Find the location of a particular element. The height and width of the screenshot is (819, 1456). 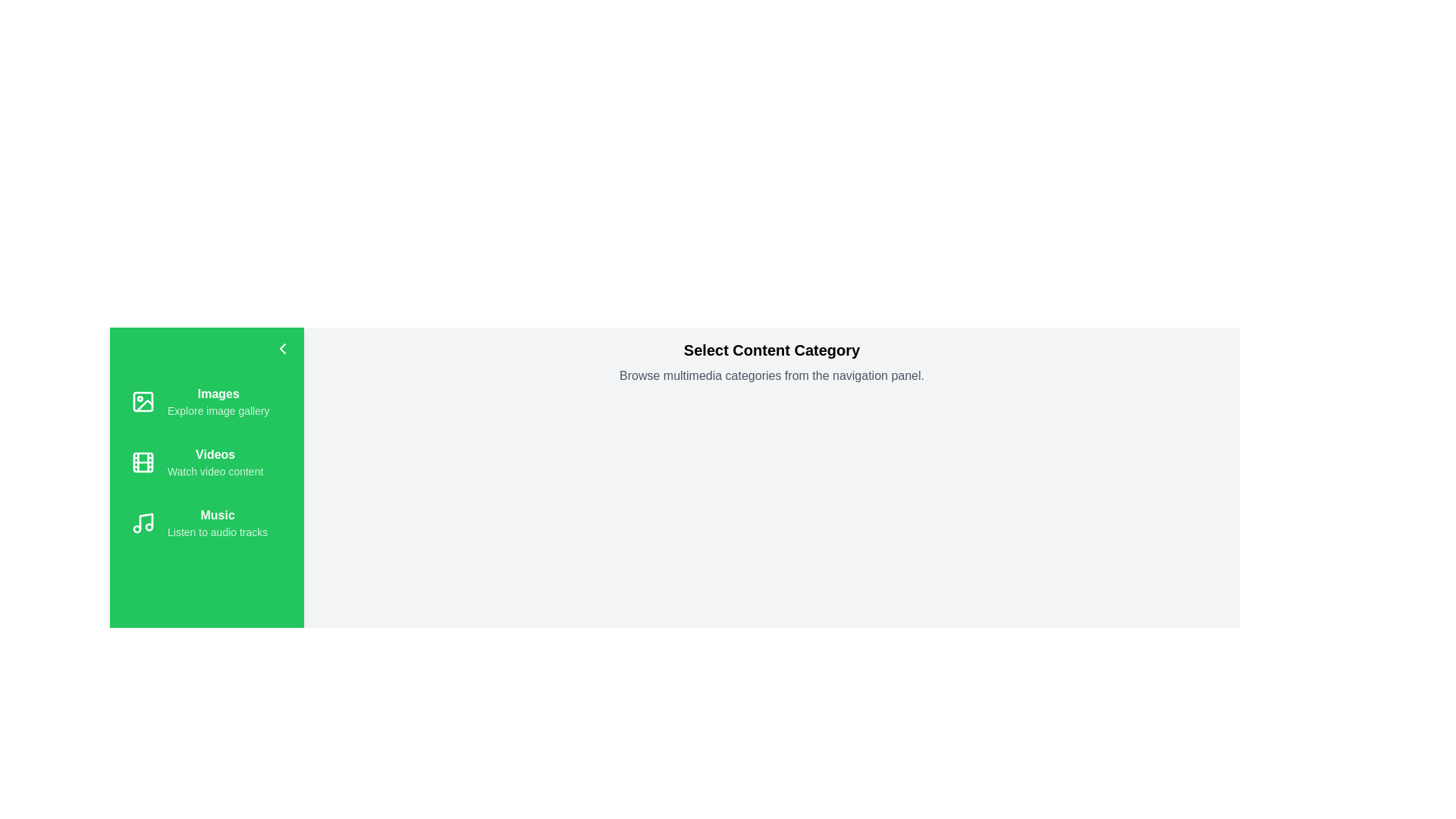

the icon for Music in the navigation drawer is located at coordinates (143, 522).